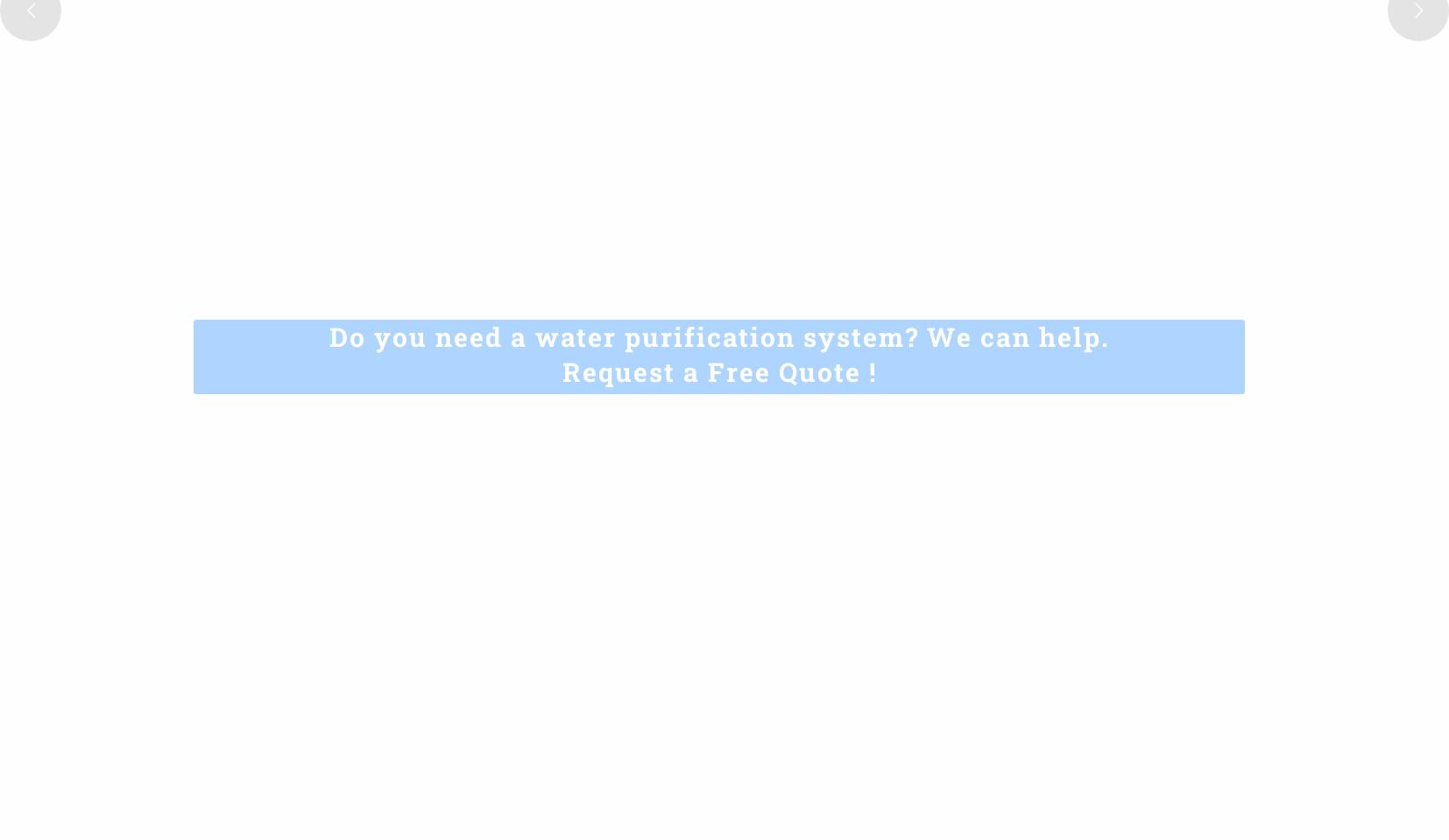  Describe the element at coordinates (561, 371) in the screenshot. I see `'Request a Free Quote !'` at that location.